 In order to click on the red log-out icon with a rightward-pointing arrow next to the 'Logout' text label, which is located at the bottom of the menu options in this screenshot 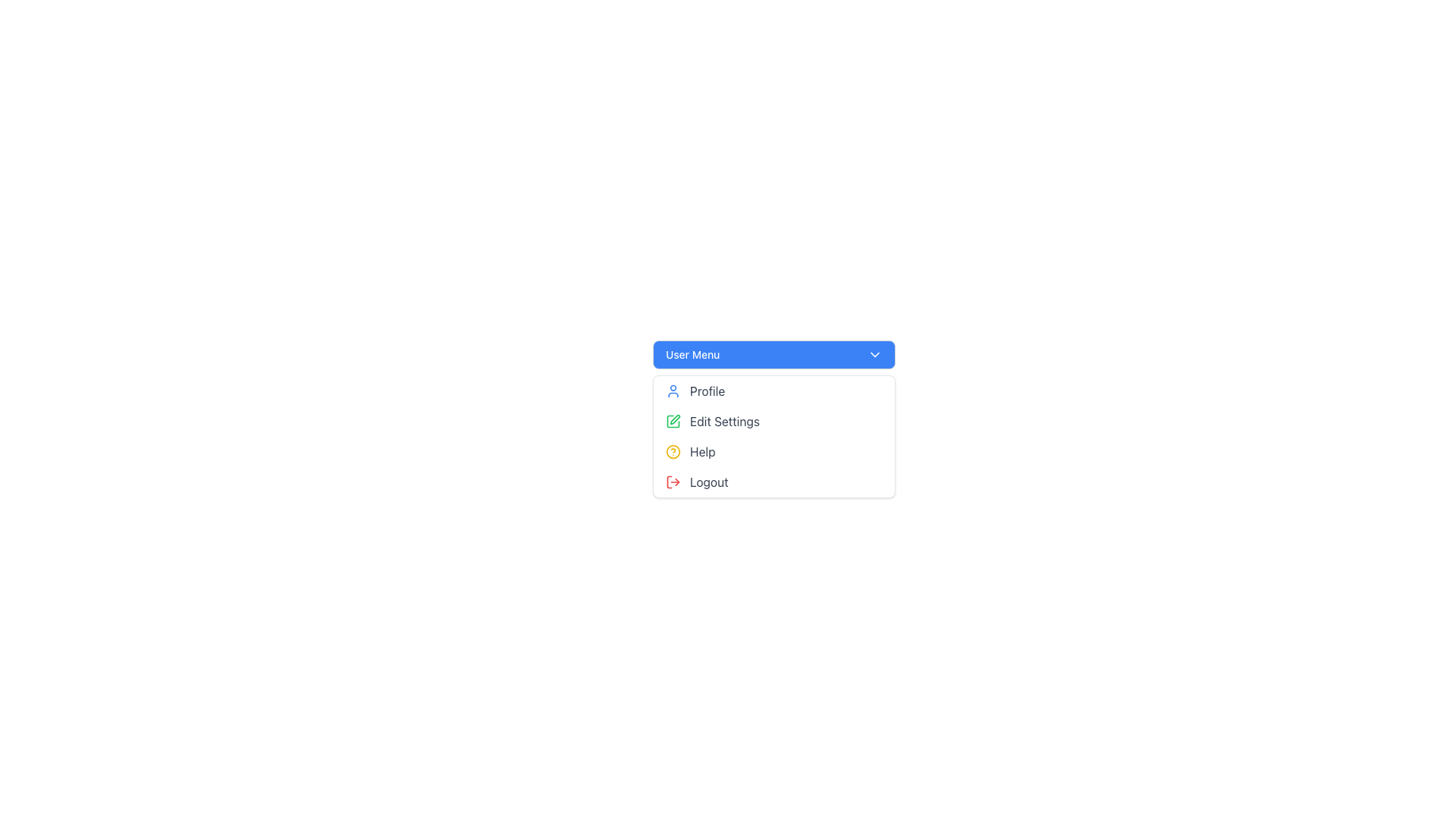, I will do `click(673, 482)`.